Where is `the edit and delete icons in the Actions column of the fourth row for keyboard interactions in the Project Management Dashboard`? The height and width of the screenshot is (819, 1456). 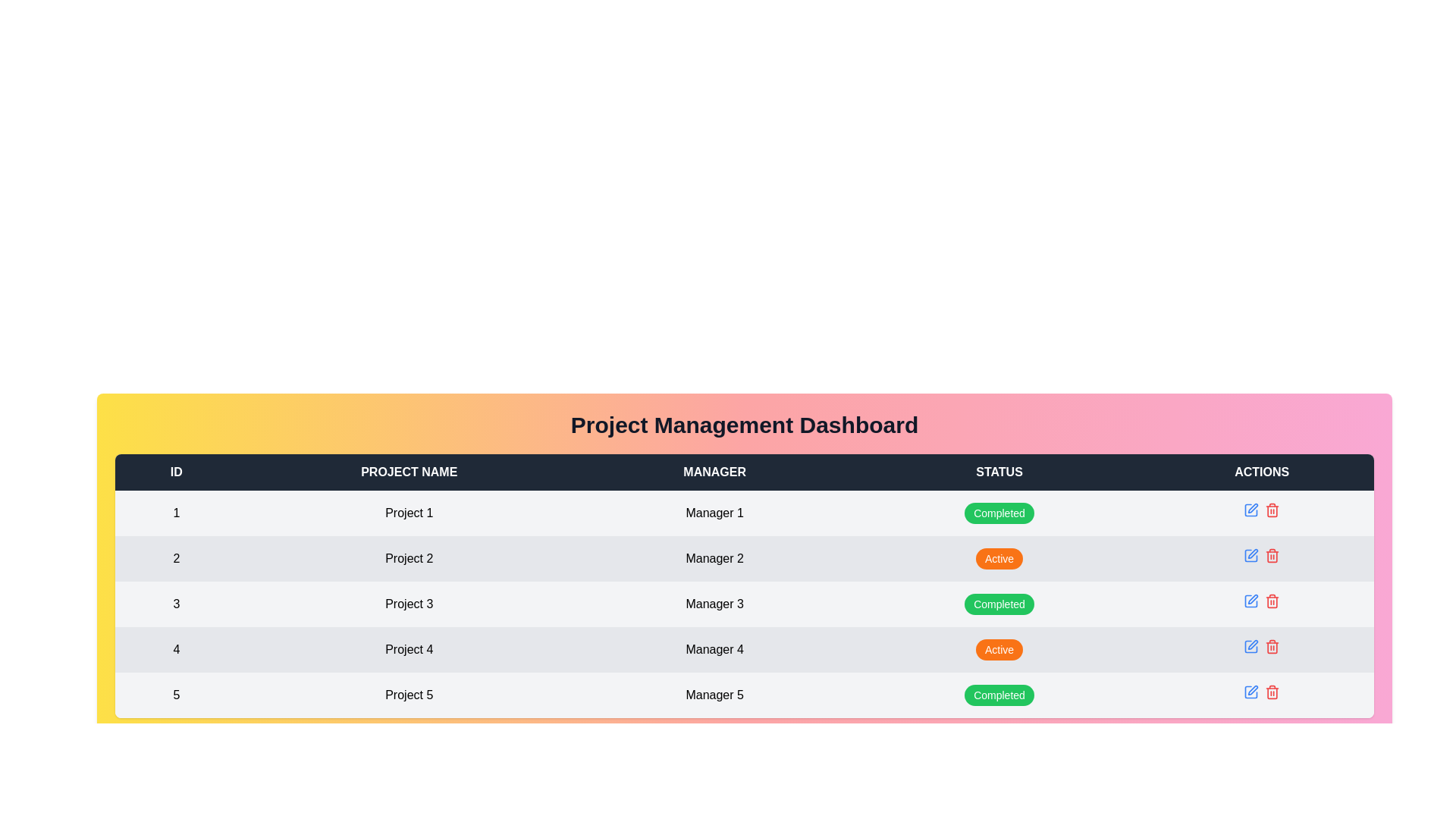
the edit and delete icons in the Actions column of the fourth row for keyboard interactions in the Project Management Dashboard is located at coordinates (1262, 646).